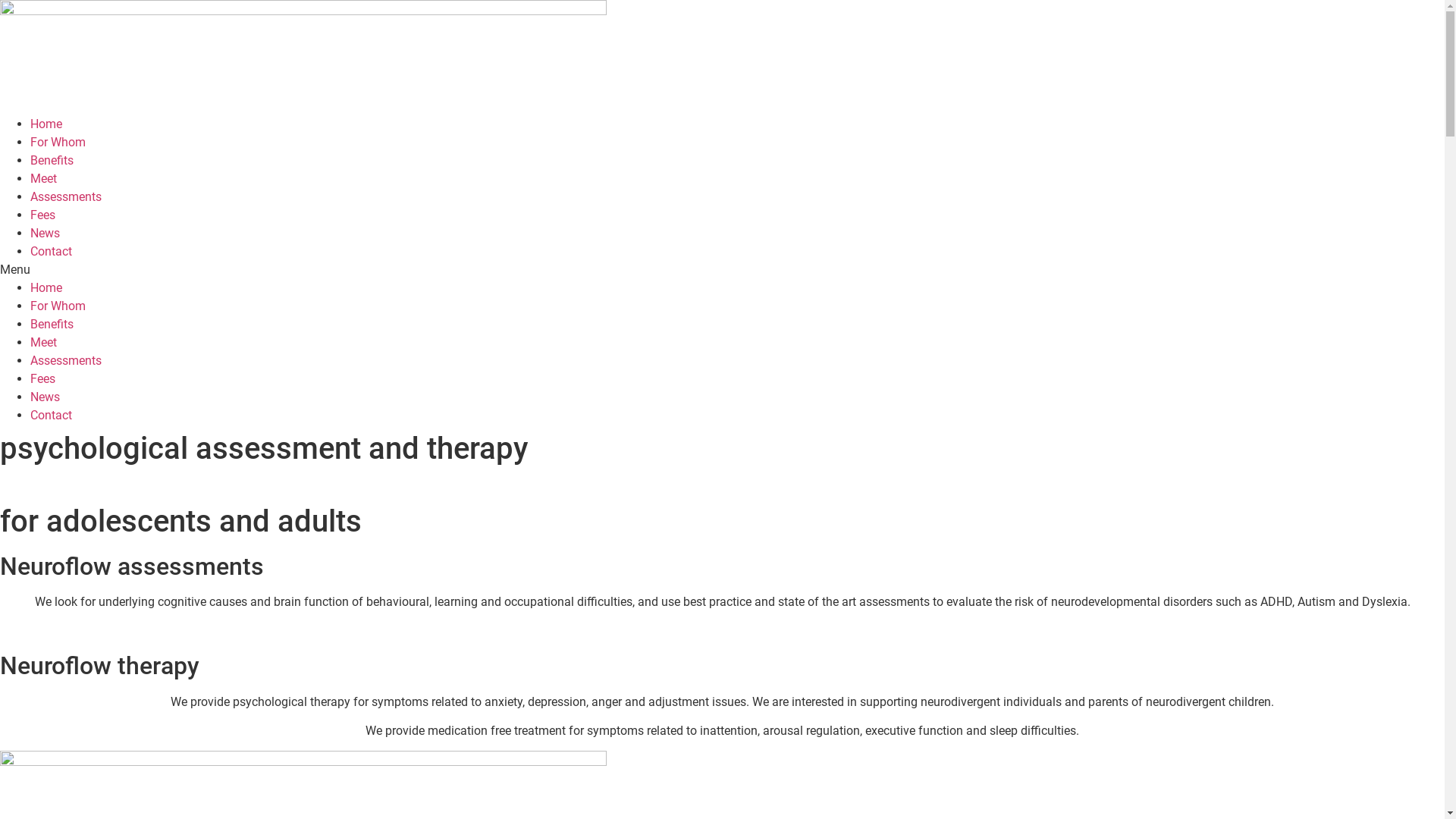 Image resolution: width=1456 pixels, height=819 pixels. I want to click on 'News', so click(45, 233).